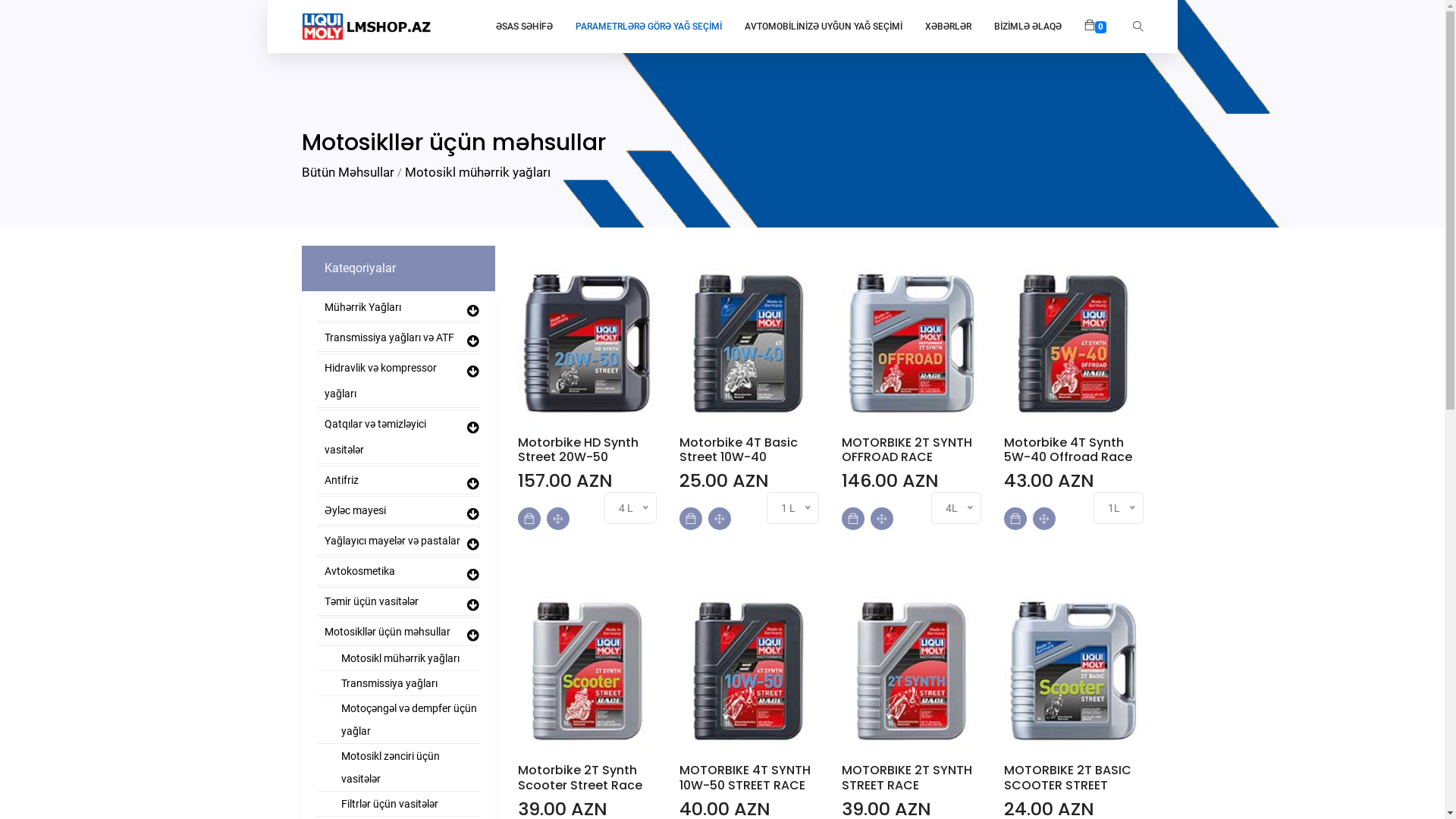  I want to click on 'Motorbike HD Synth Street 20W-50', so click(516, 449).